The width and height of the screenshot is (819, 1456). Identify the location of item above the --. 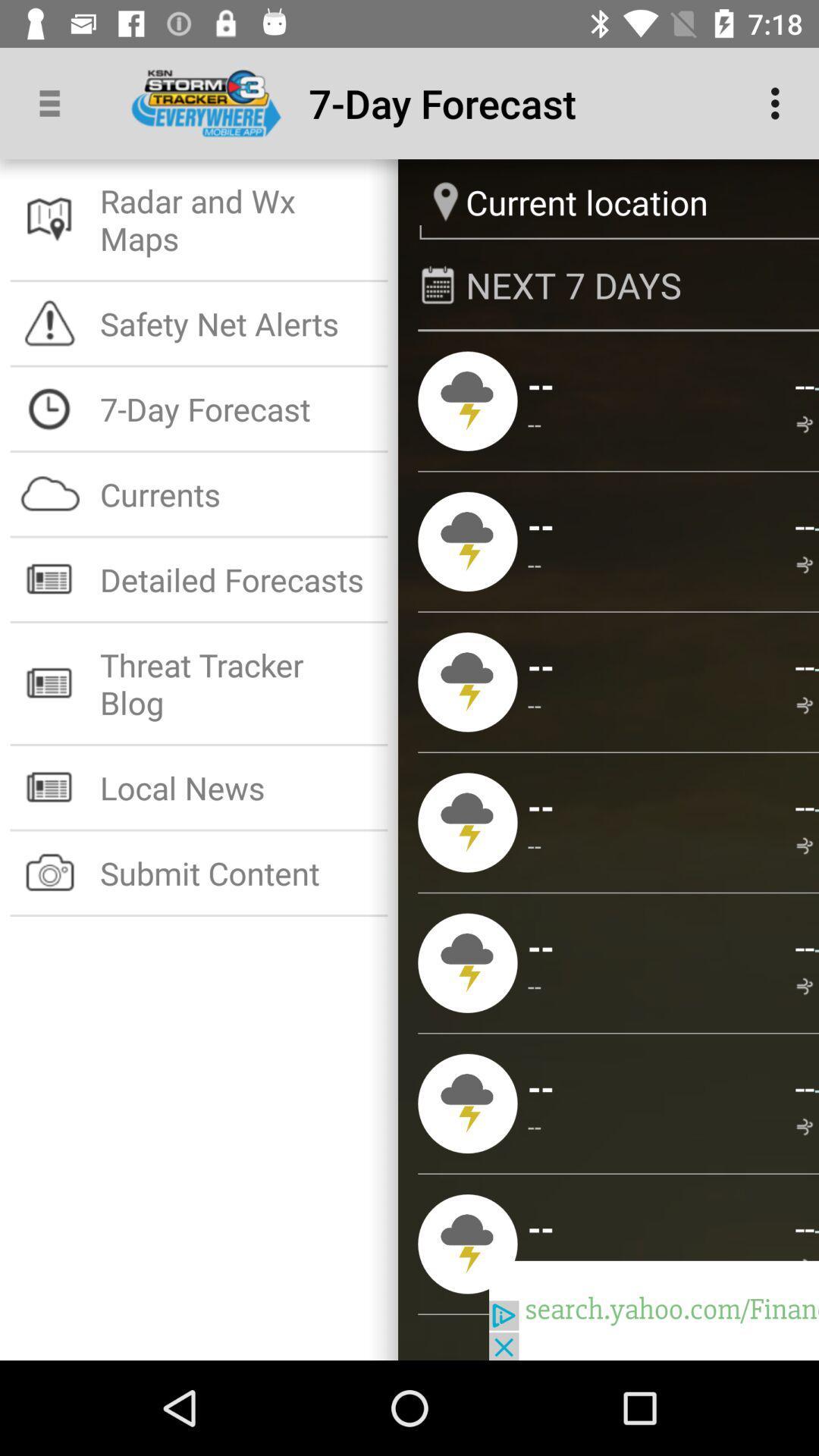
(815, 526).